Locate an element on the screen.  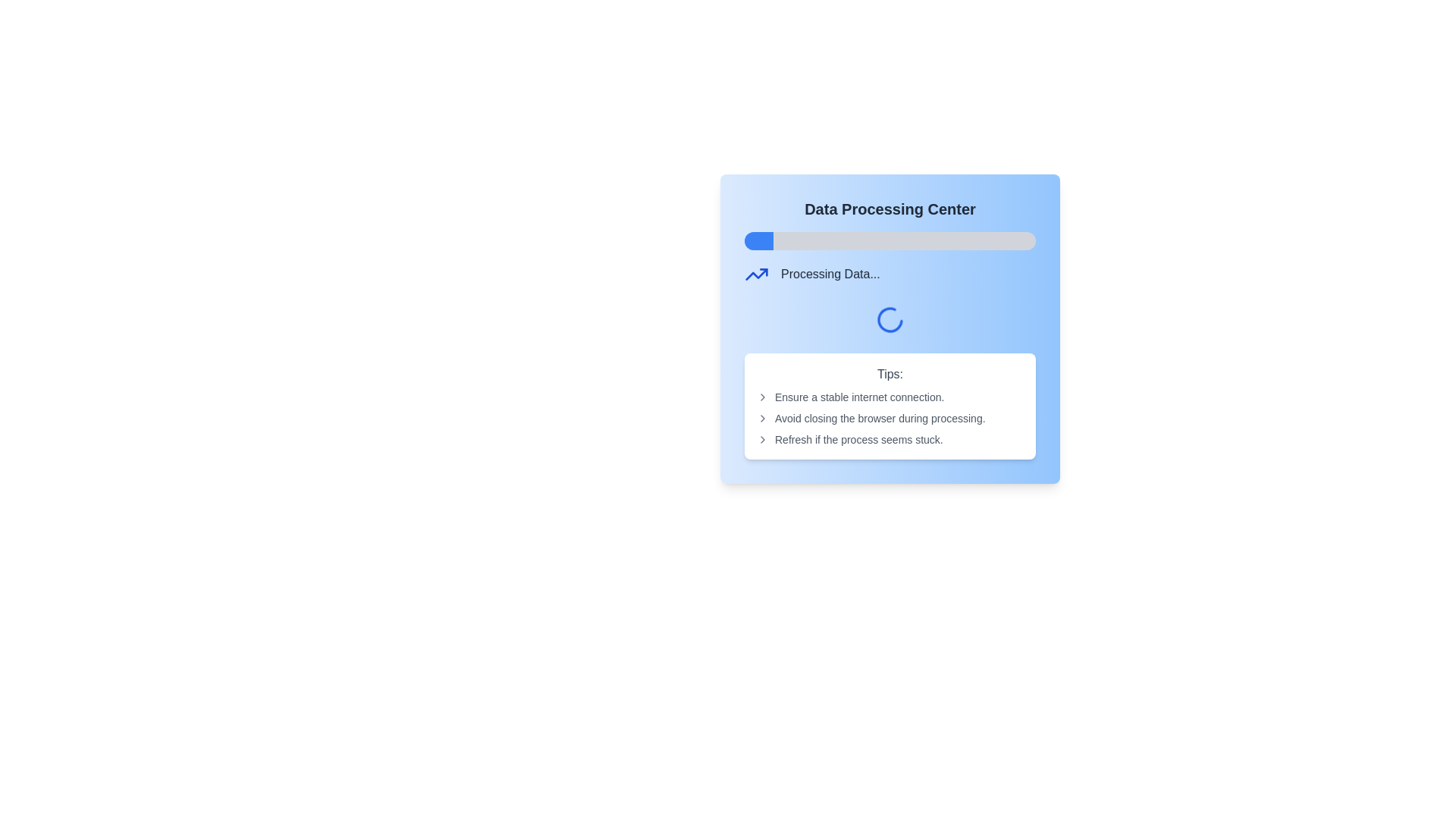
informative list item that instructs the user to ensure a stable internet connection, which is the first item in the vertical list under the heading 'Tips:' is located at coordinates (890, 397).